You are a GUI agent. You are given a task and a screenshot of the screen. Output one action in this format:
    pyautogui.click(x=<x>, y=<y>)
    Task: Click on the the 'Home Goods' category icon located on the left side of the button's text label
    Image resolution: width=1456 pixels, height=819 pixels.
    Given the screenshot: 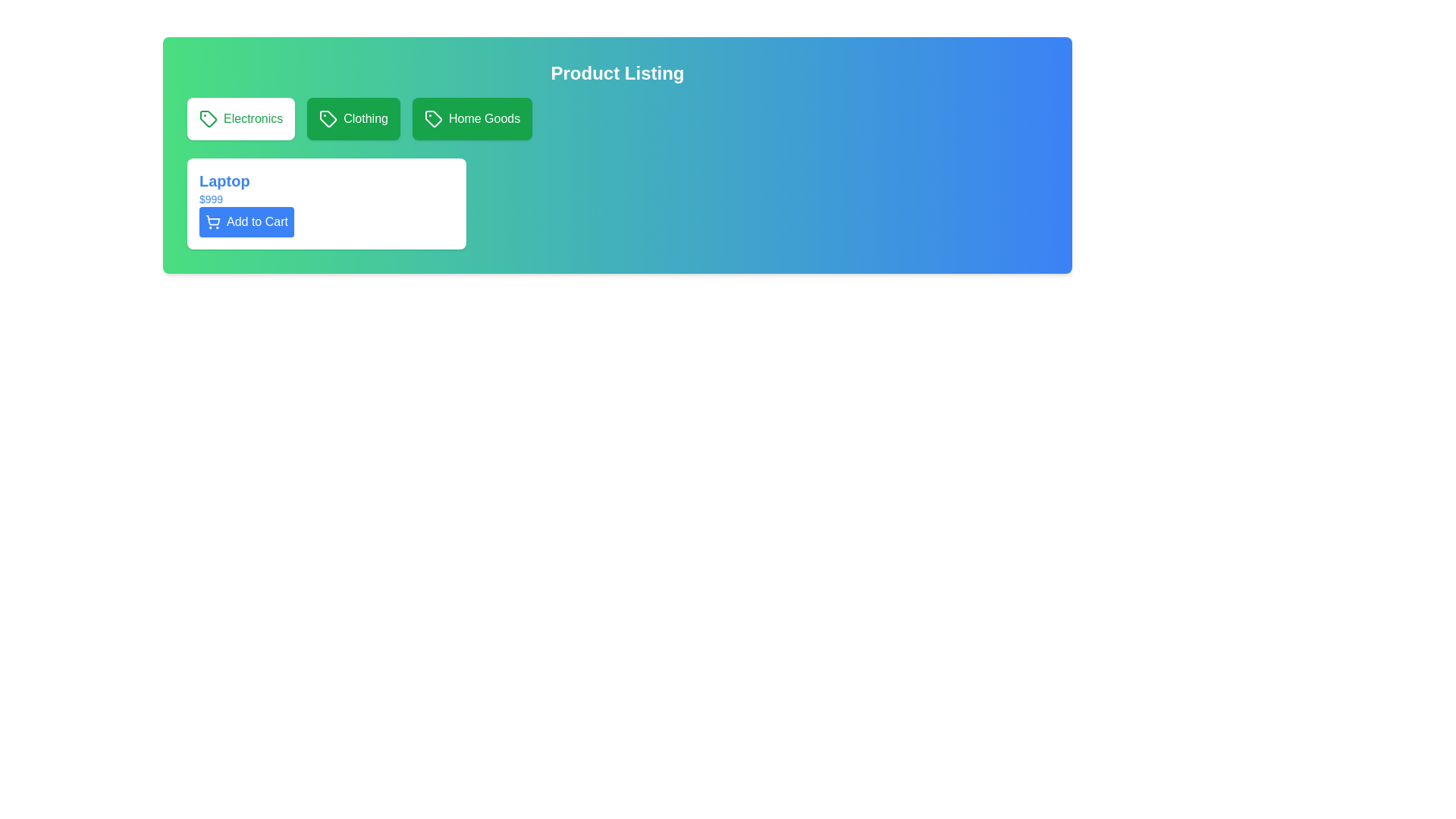 What is the action you would take?
    pyautogui.click(x=432, y=118)
    